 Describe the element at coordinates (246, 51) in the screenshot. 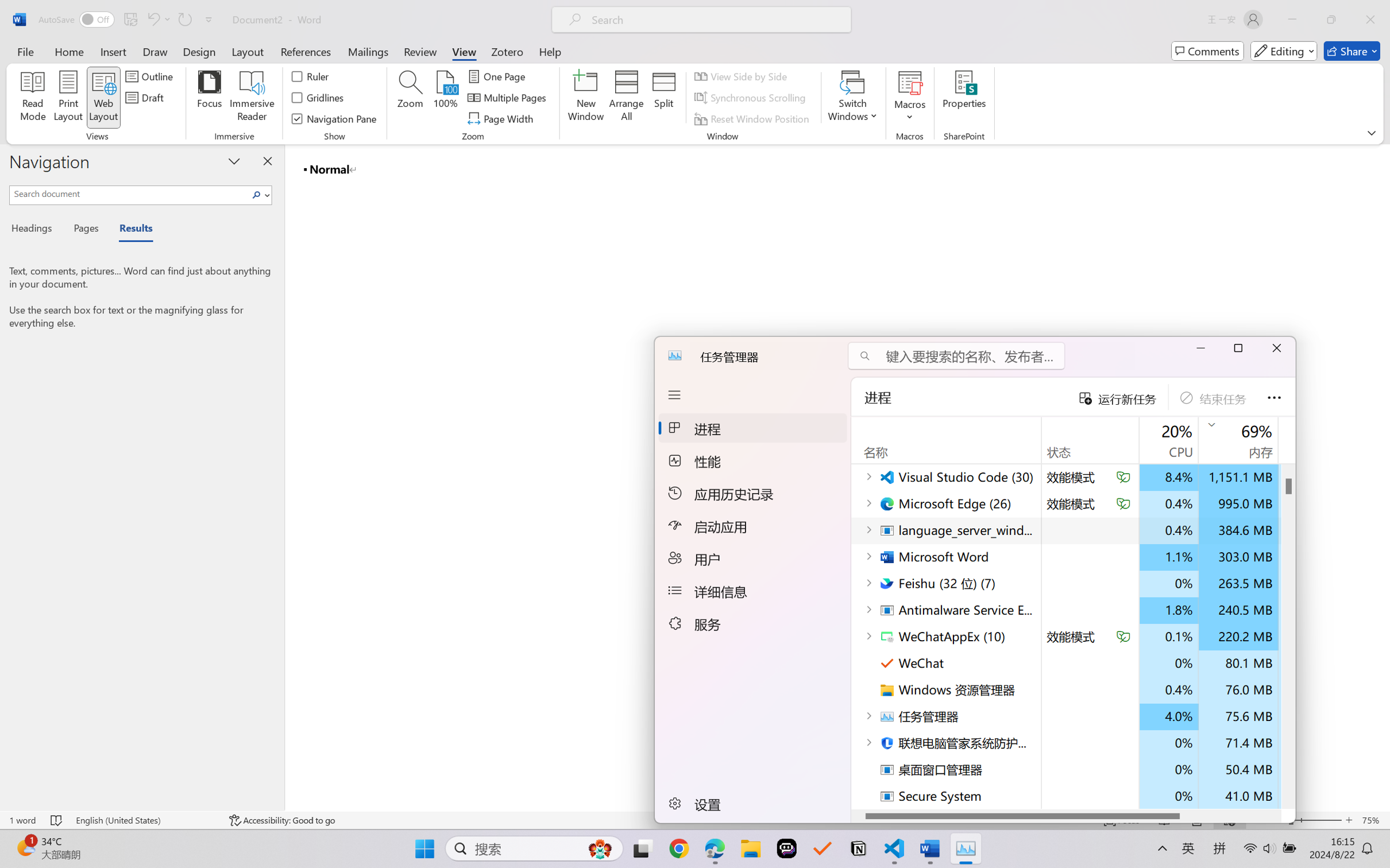

I see `'Layout'` at that location.